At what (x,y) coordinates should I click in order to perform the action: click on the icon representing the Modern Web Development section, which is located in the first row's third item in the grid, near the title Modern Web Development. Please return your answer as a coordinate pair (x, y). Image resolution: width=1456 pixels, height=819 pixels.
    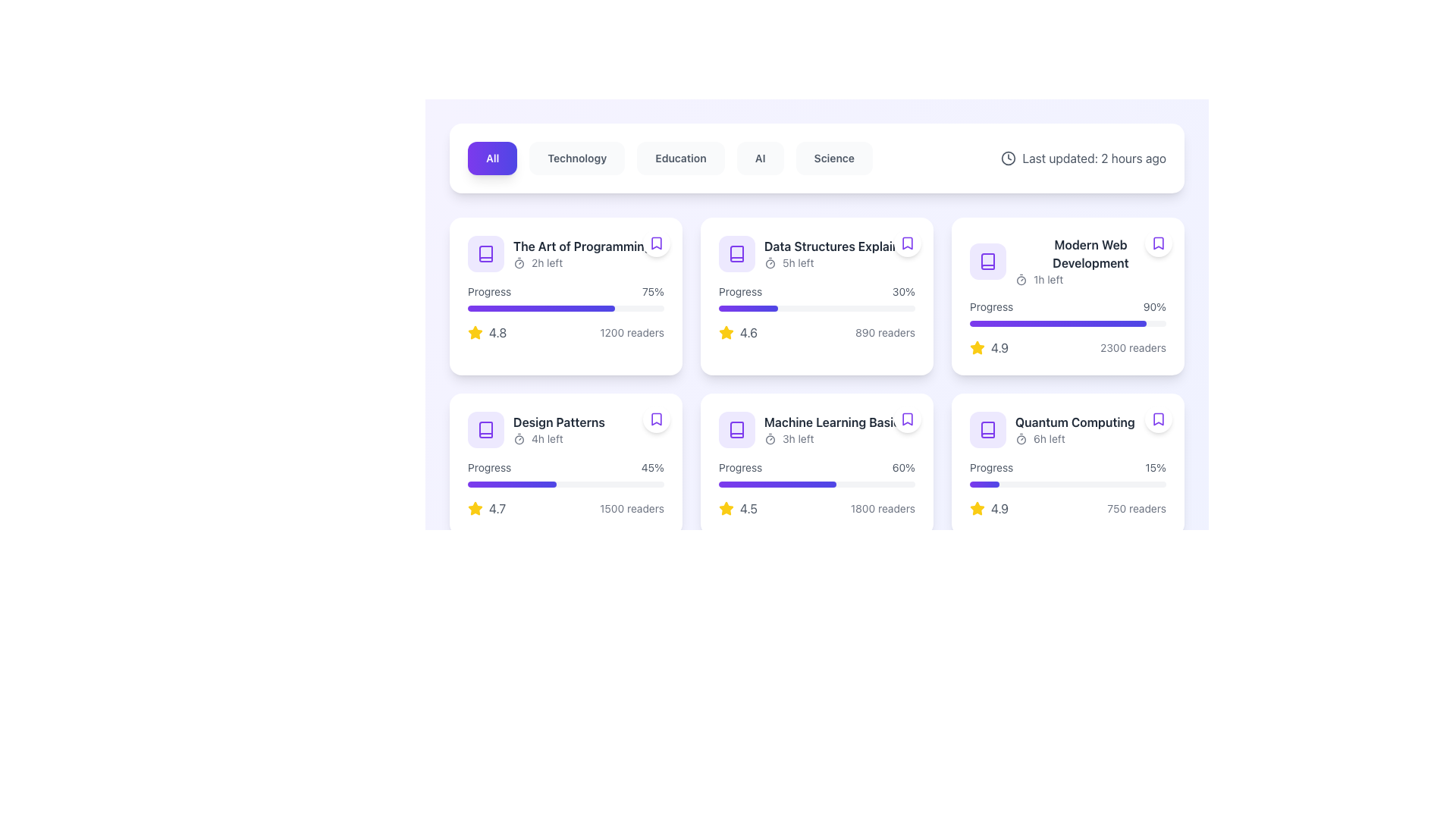
    Looking at the image, I should click on (987, 260).